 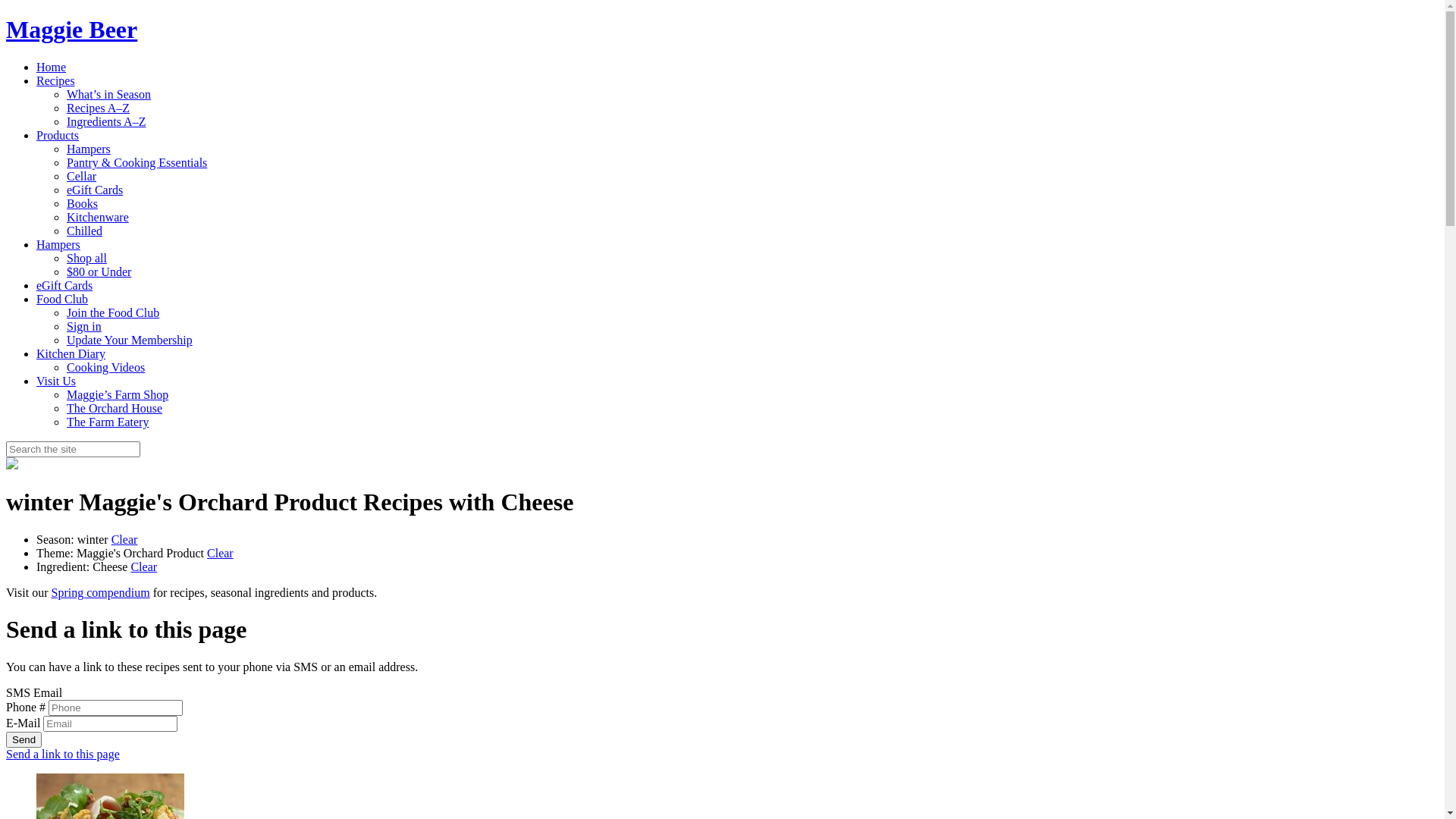 What do you see at coordinates (97, 217) in the screenshot?
I see `'Kitchenware'` at bounding box center [97, 217].